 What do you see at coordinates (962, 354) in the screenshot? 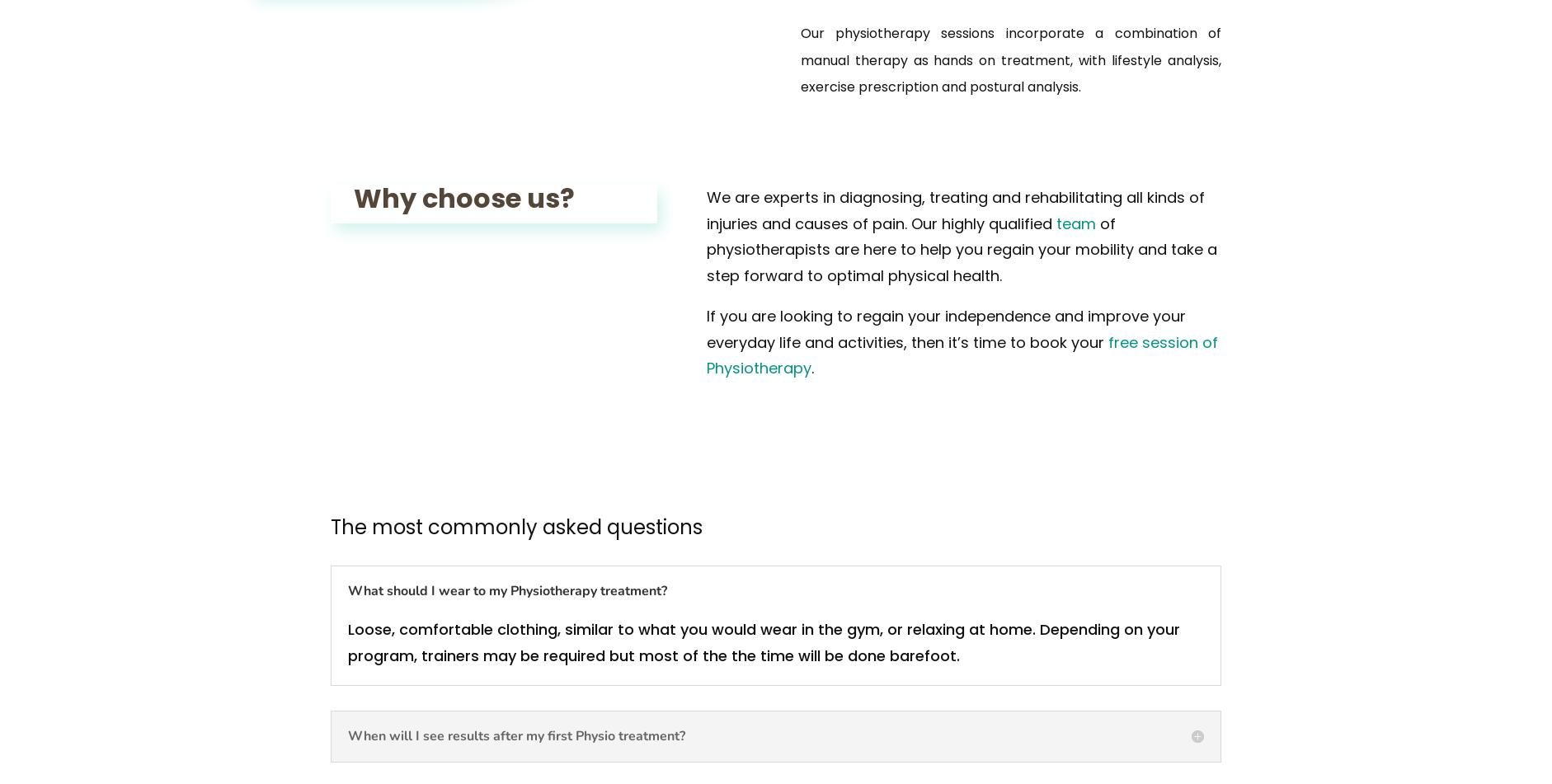
I see `'free session of Physiotherapy'` at bounding box center [962, 354].